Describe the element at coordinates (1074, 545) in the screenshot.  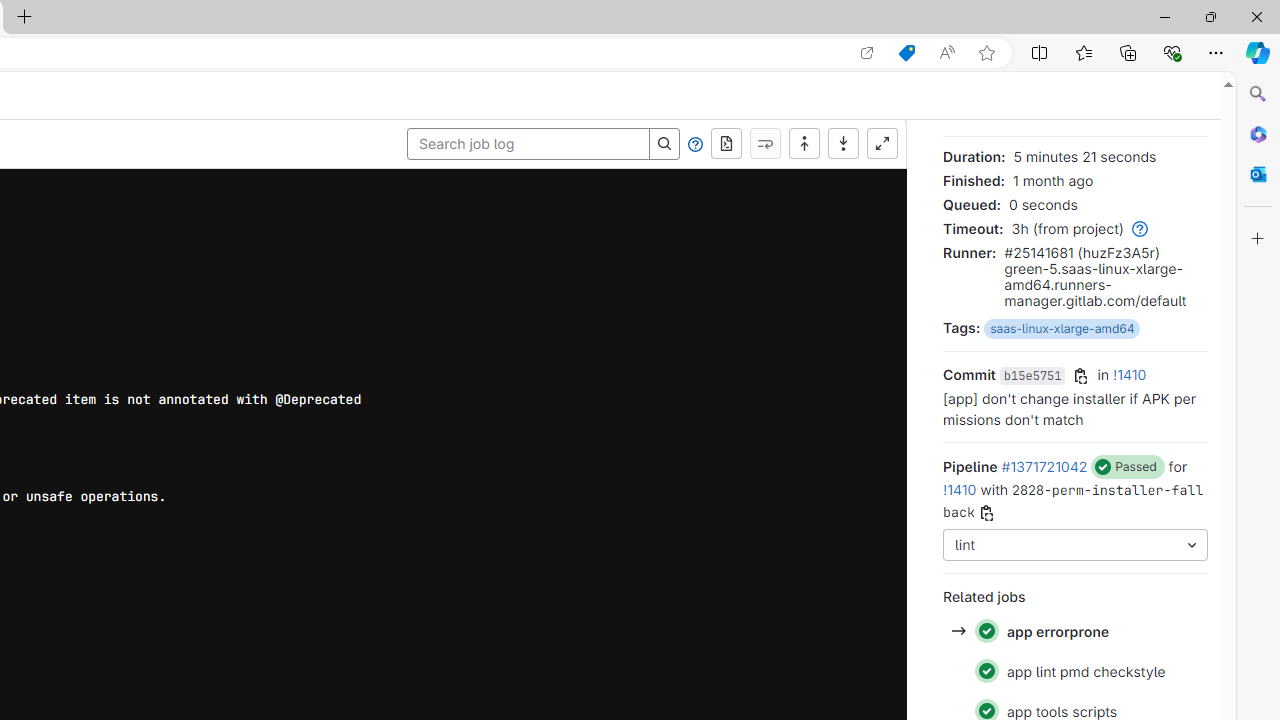
I see `'lint'` at that location.